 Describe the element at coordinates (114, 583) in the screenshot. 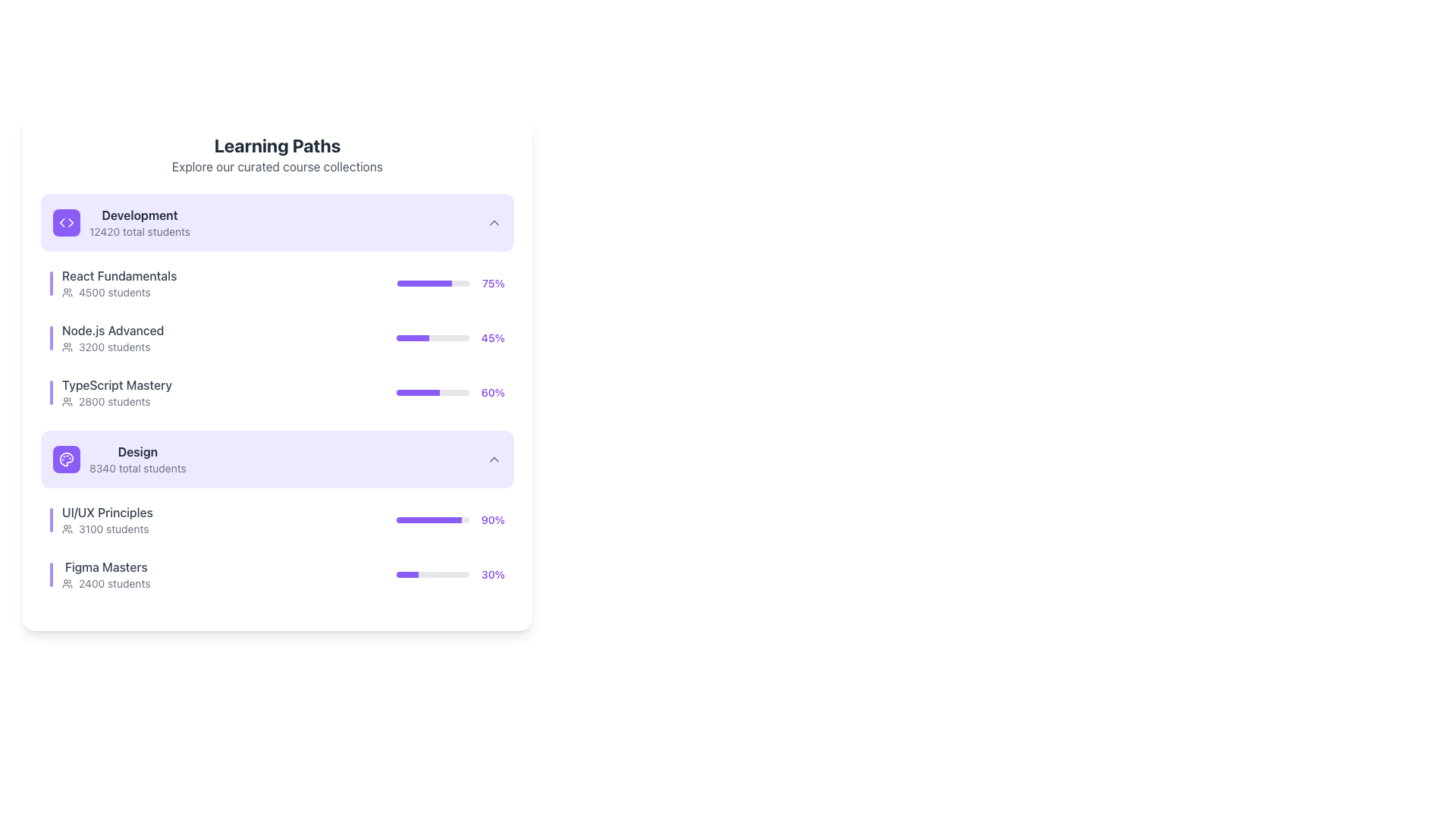

I see `the text label displaying '2400 students' which indicates the number of students enrolled in the course, located in the 'Figma Masters' subsection under the 'Design' category` at that location.